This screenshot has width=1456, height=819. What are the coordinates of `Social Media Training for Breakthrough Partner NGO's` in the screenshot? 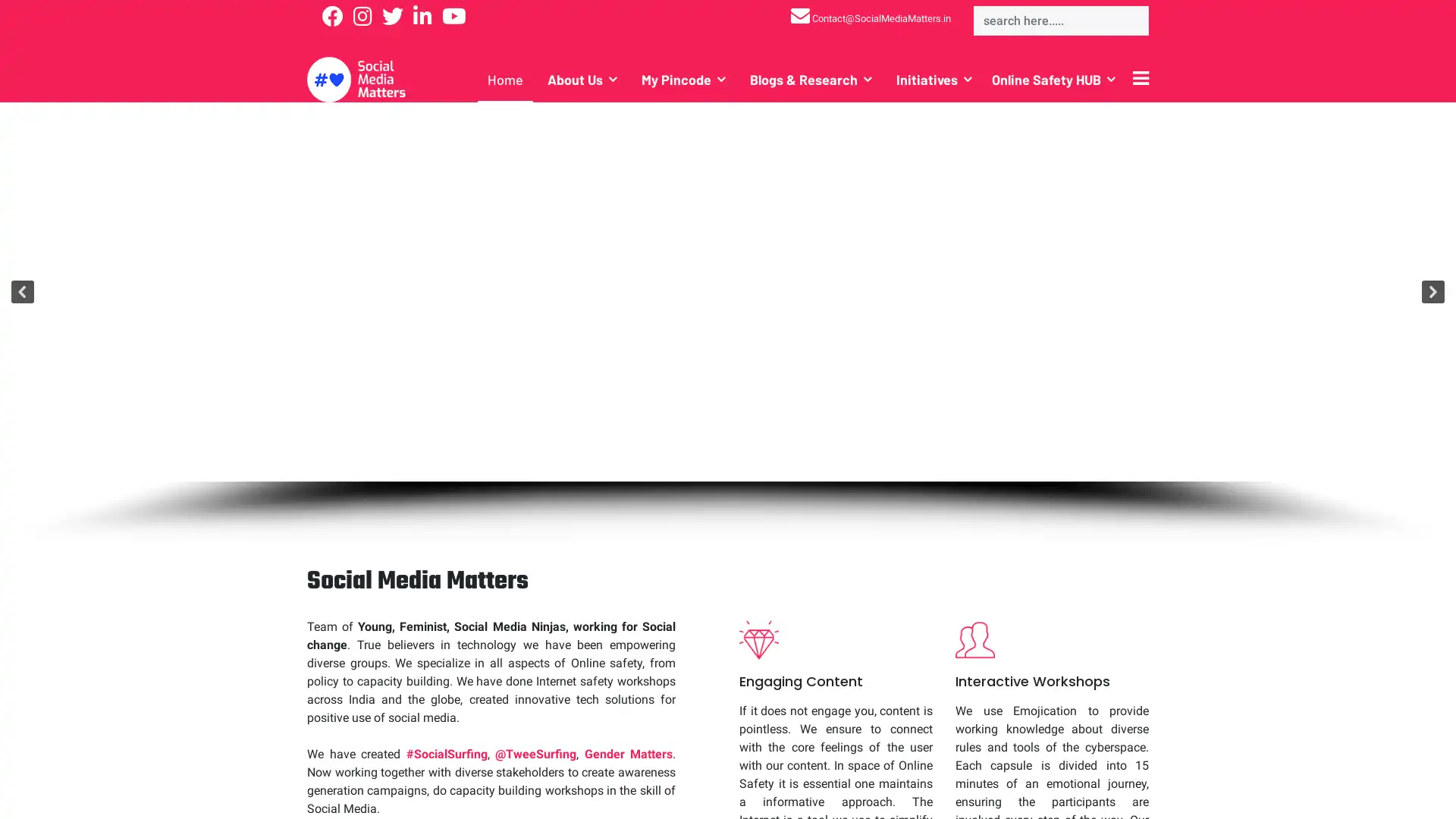 It's located at (789, 466).